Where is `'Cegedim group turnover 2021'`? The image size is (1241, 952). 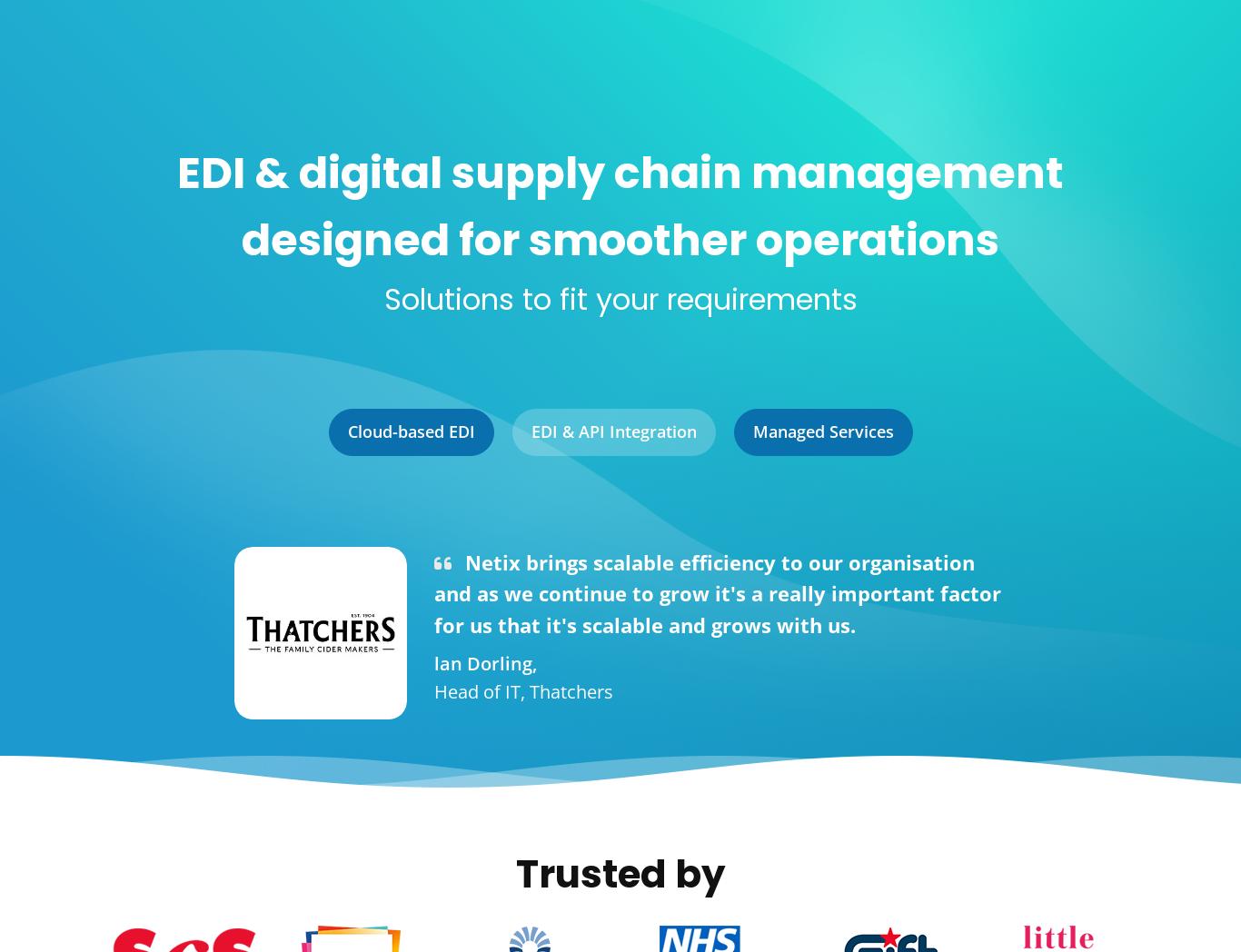 'Cegedim group turnover 2021' is located at coordinates (985, 214).